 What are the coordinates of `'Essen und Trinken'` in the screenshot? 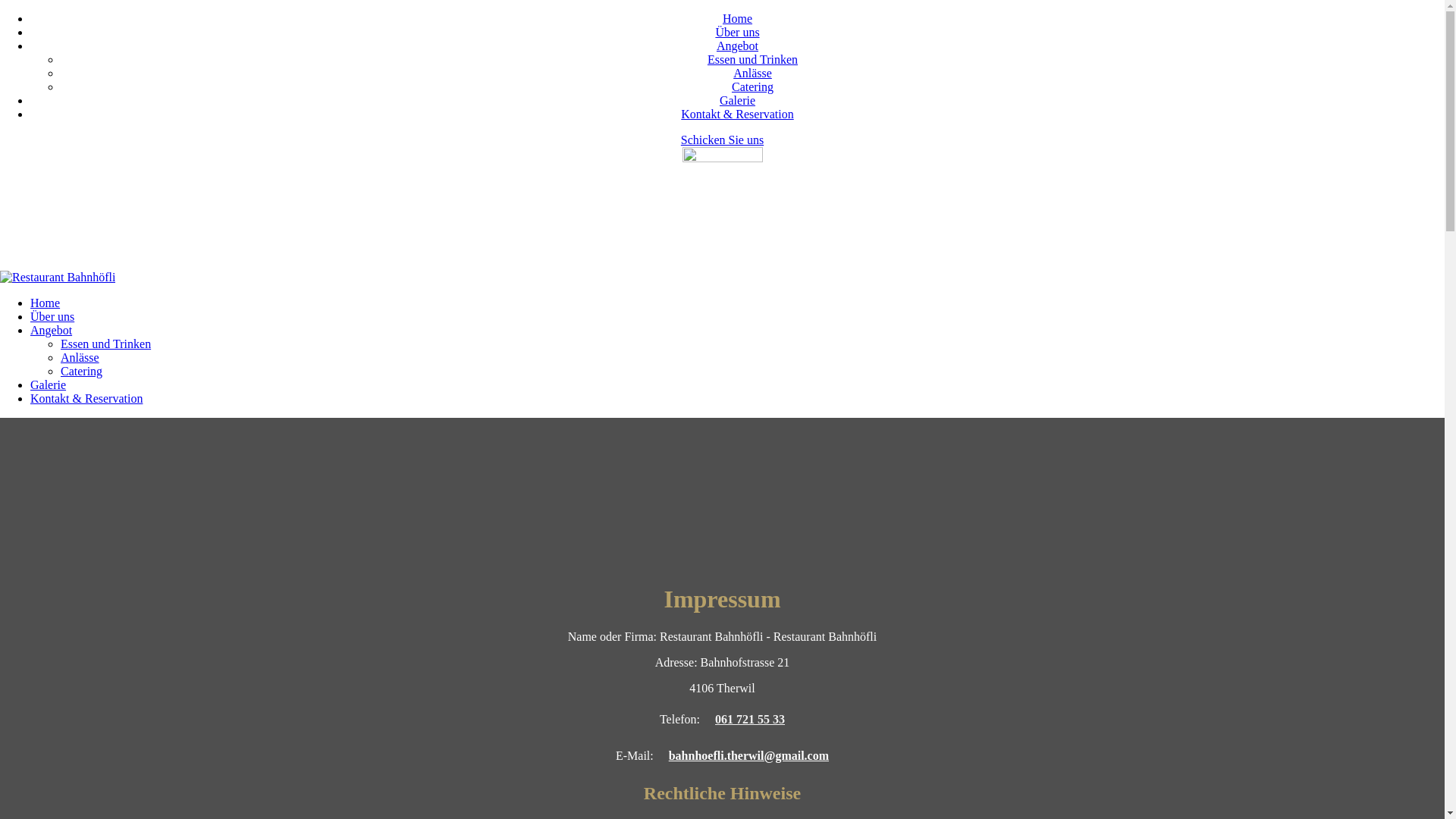 It's located at (105, 344).